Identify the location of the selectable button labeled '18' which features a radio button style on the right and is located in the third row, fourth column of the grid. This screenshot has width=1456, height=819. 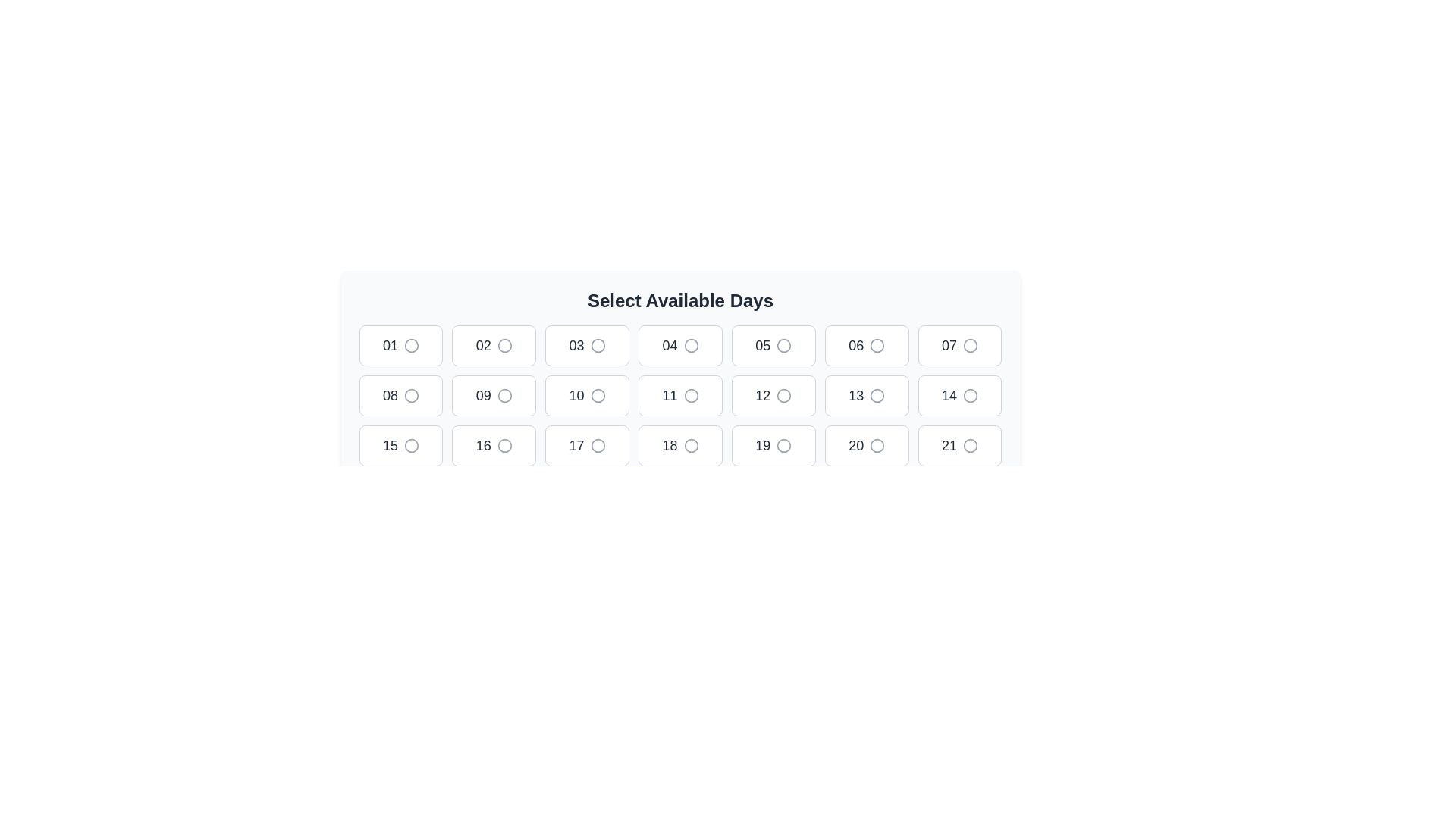
(679, 444).